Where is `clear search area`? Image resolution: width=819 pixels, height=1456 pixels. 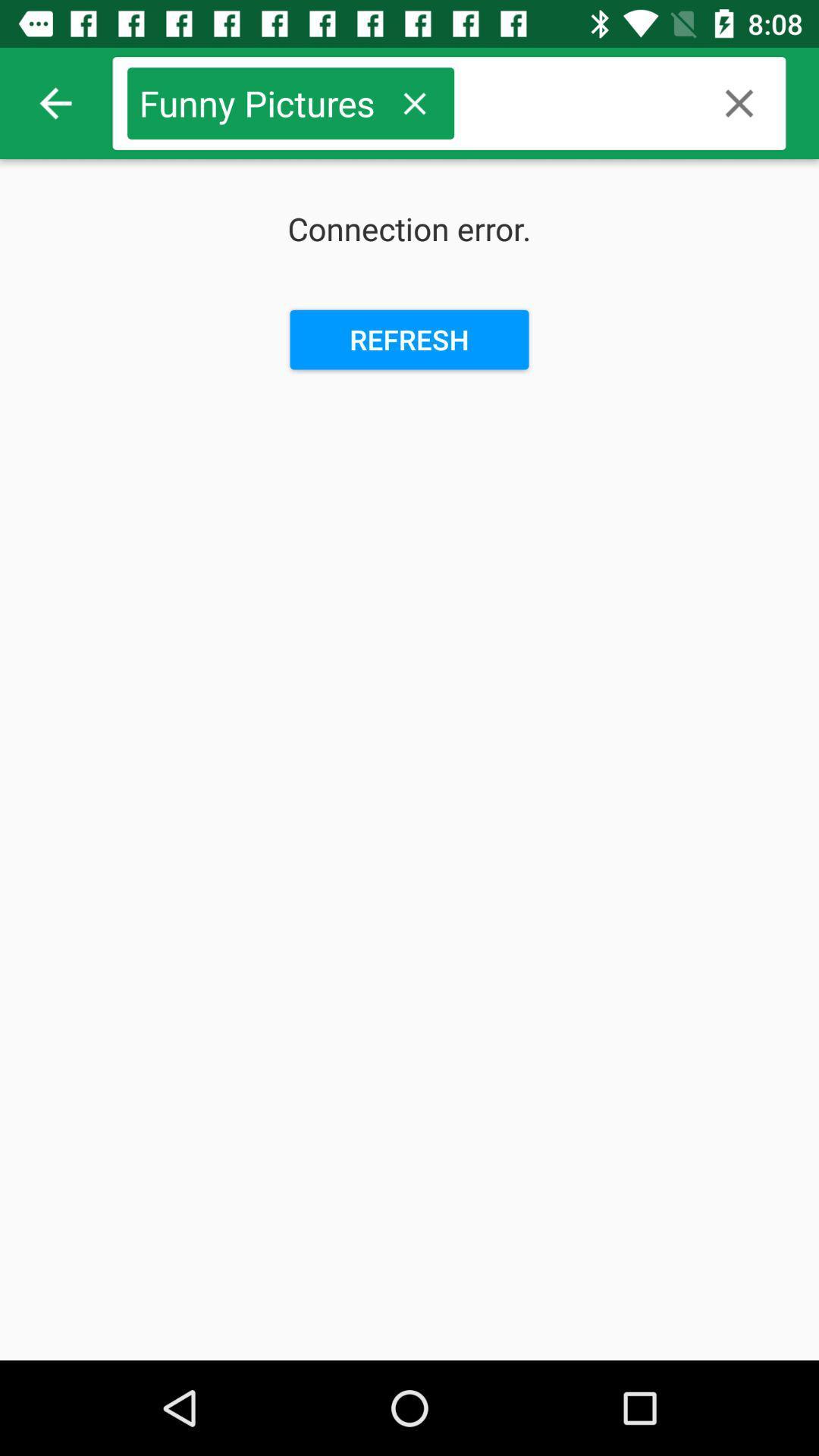
clear search area is located at coordinates (739, 102).